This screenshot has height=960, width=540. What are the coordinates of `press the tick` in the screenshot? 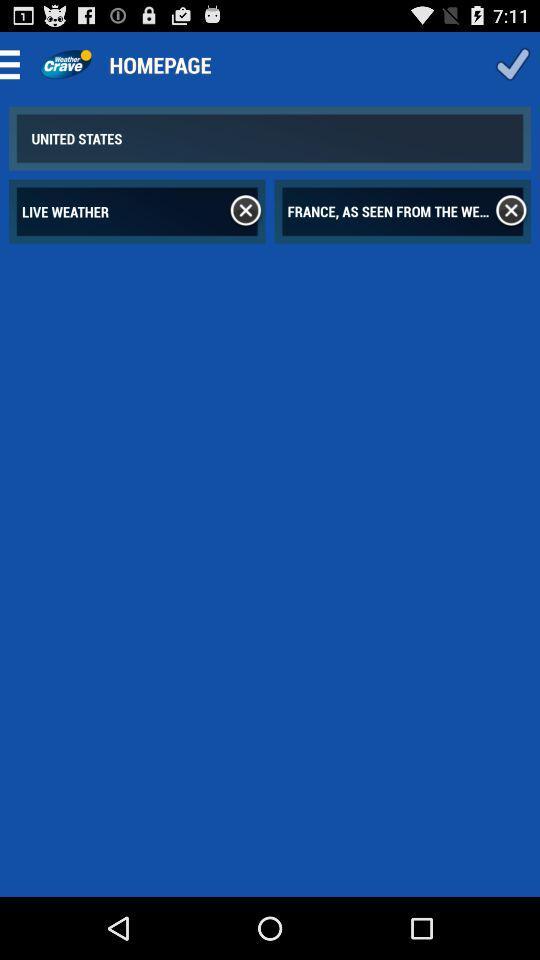 It's located at (512, 64).